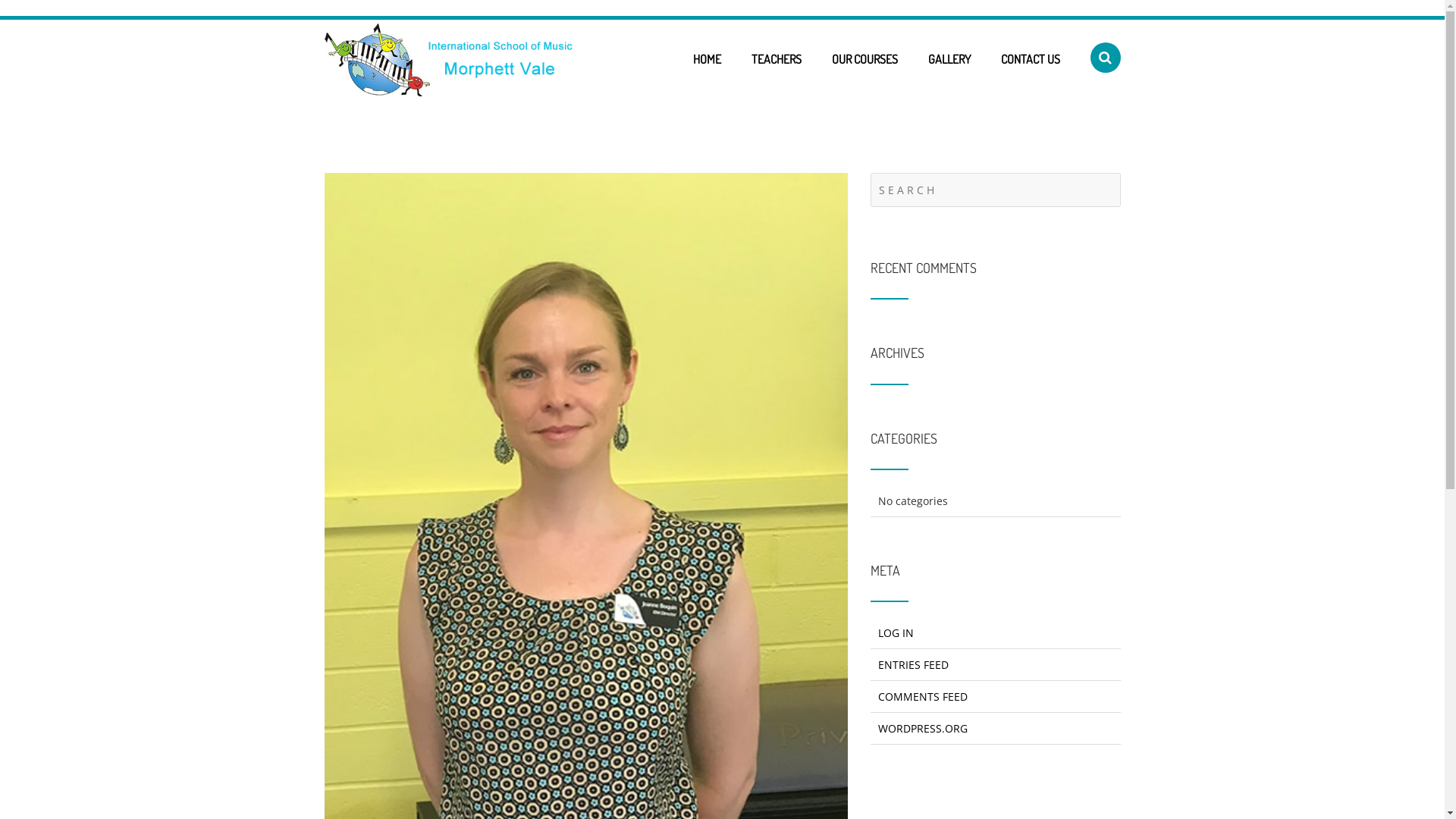 This screenshot has width=1456, height=819. What do you see at coordinates (896, 632) in the screenshot?
I see `'LOG IN'` at bounding box center [896, 632].